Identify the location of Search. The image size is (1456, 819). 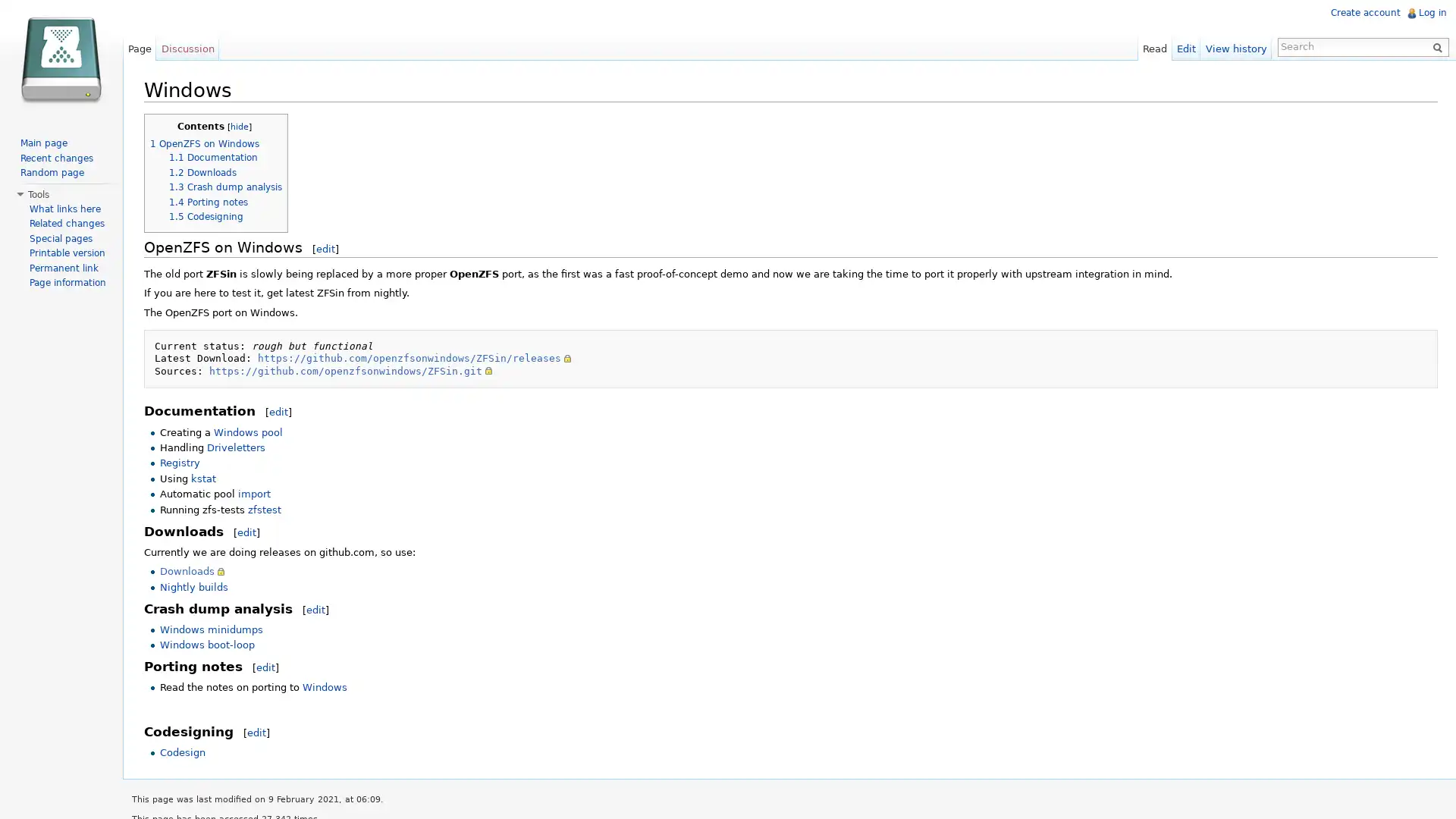
(1433, 45).